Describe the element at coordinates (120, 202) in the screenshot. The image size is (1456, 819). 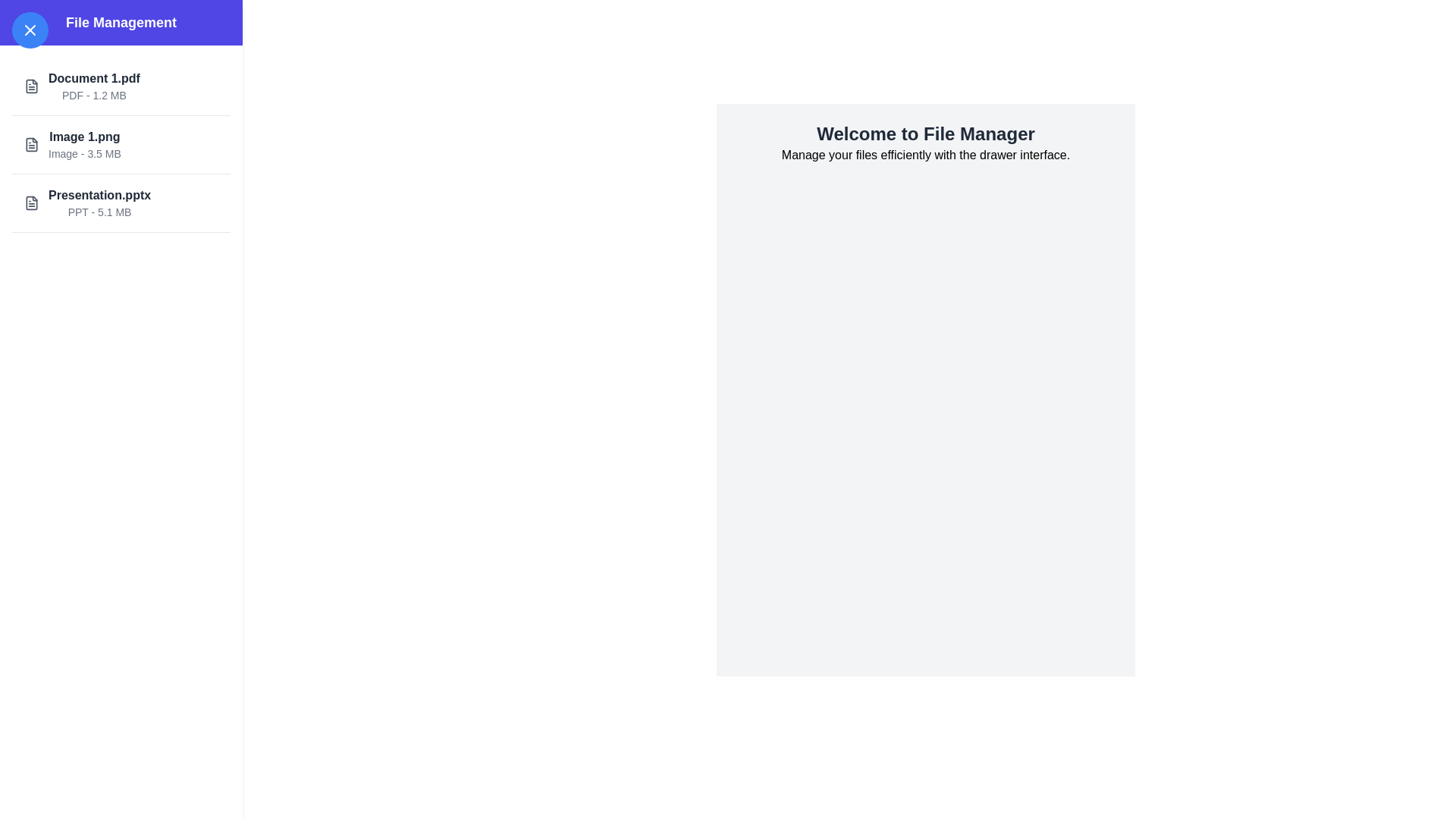
I see `the file list item Presentation.pptx to trigger hover effects` at that location.